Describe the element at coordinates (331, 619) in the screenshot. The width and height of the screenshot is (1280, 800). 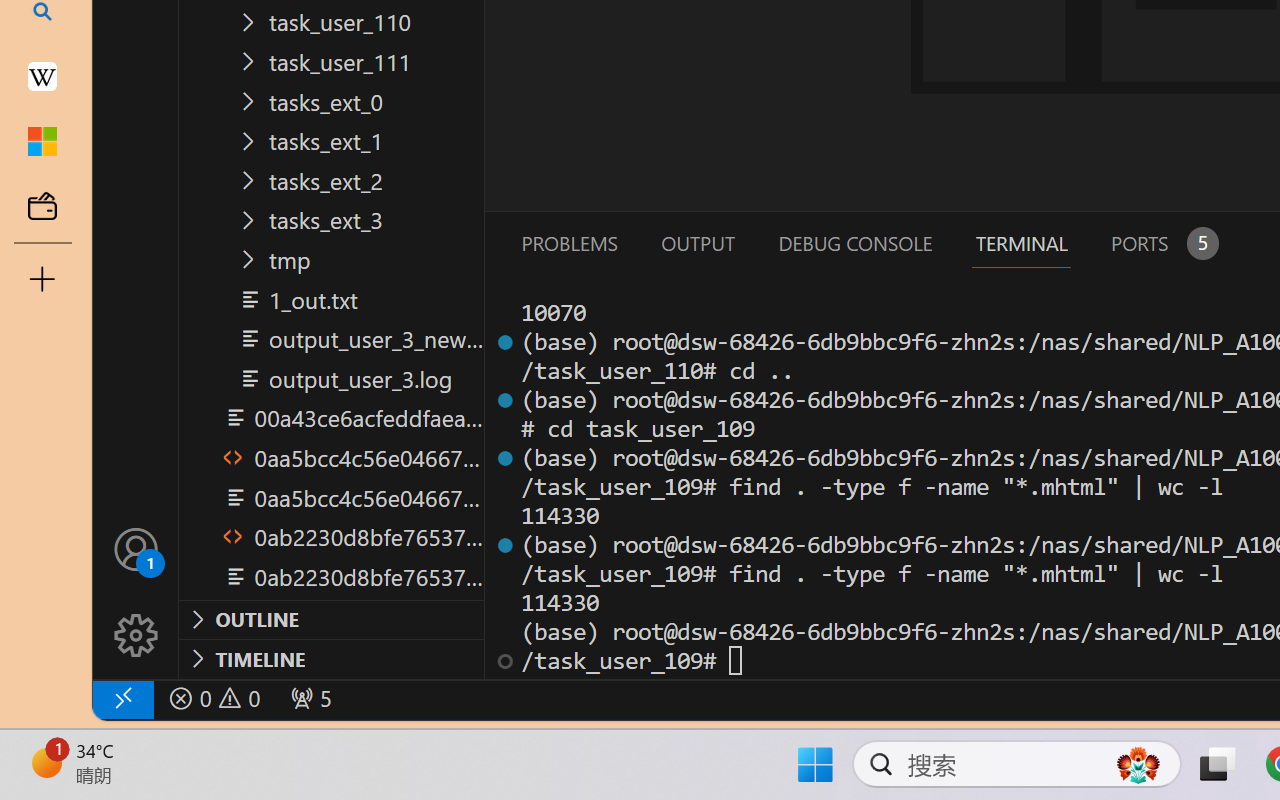
I see `'Outline Section'` at that location.